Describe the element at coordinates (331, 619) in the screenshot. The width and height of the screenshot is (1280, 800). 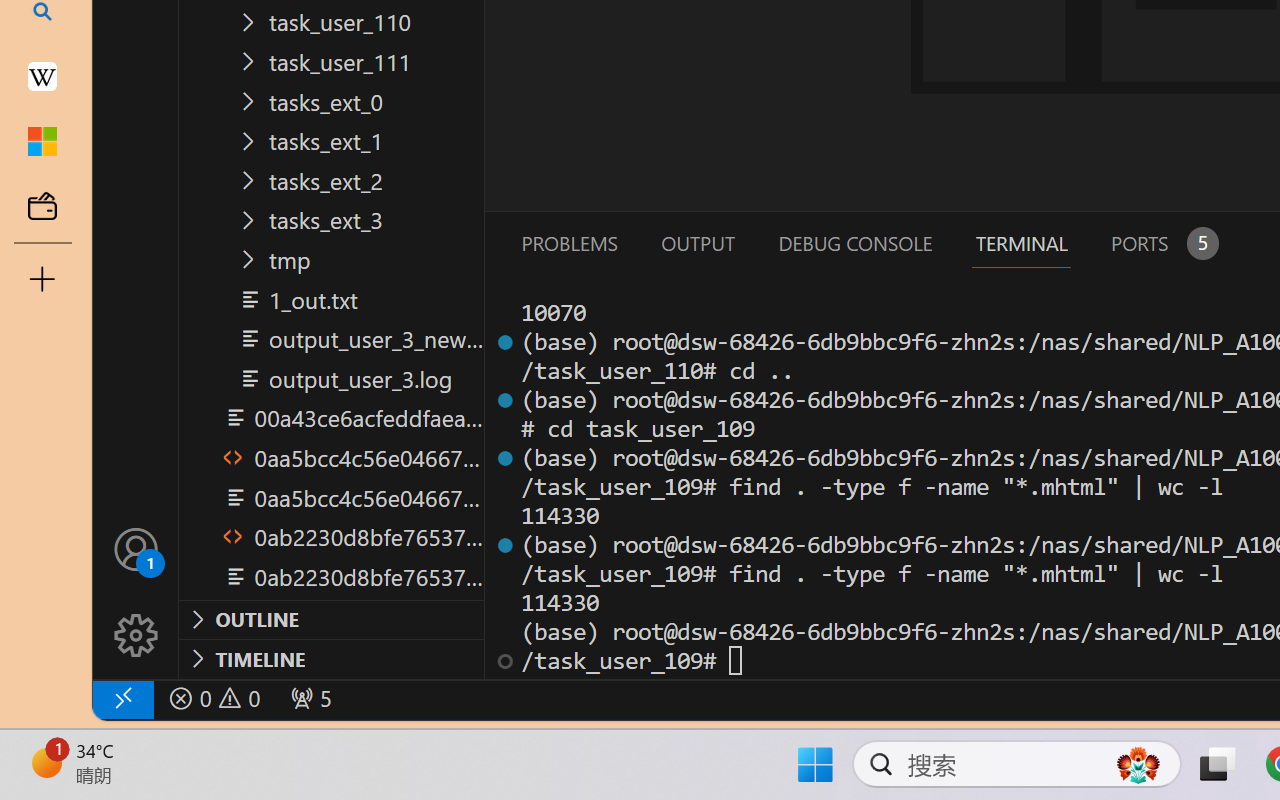
I see `'Outline Section'` at that location.